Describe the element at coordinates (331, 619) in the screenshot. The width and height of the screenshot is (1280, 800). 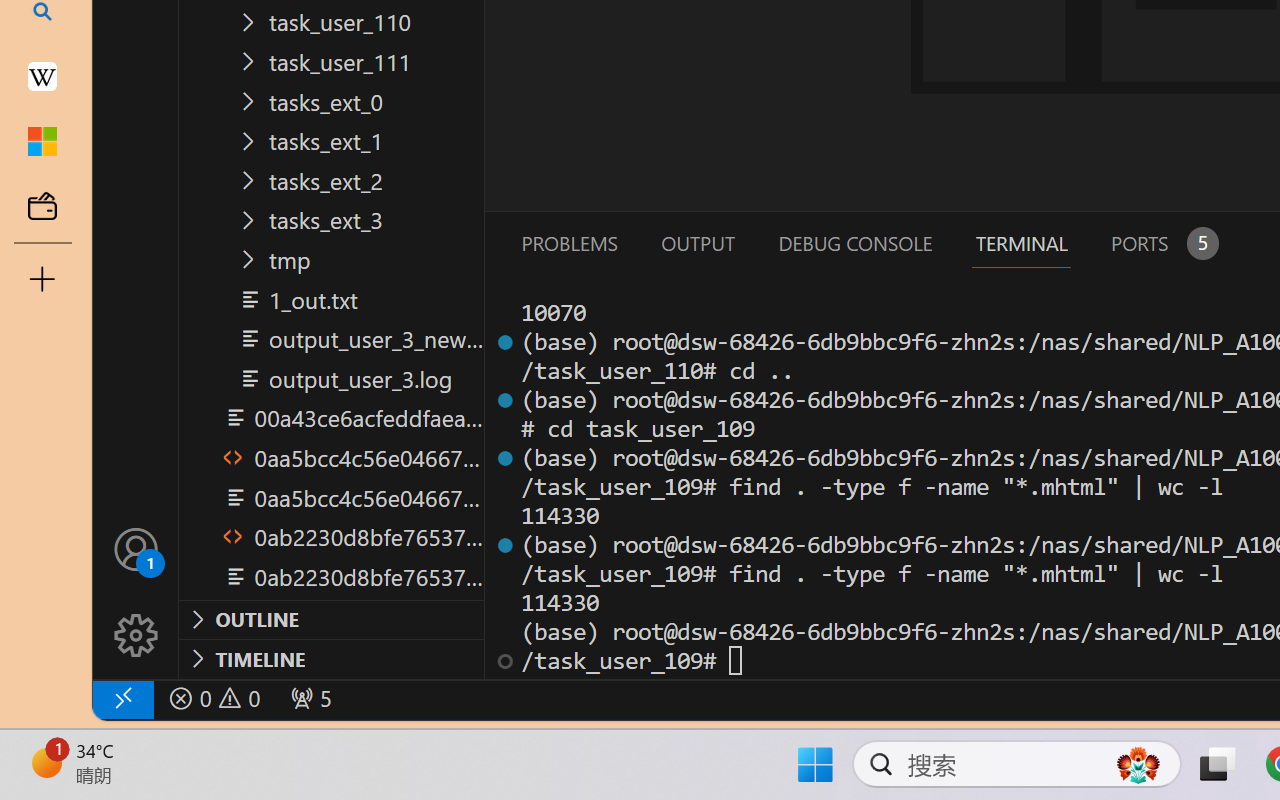
I see `'Outline Section'` at that location.